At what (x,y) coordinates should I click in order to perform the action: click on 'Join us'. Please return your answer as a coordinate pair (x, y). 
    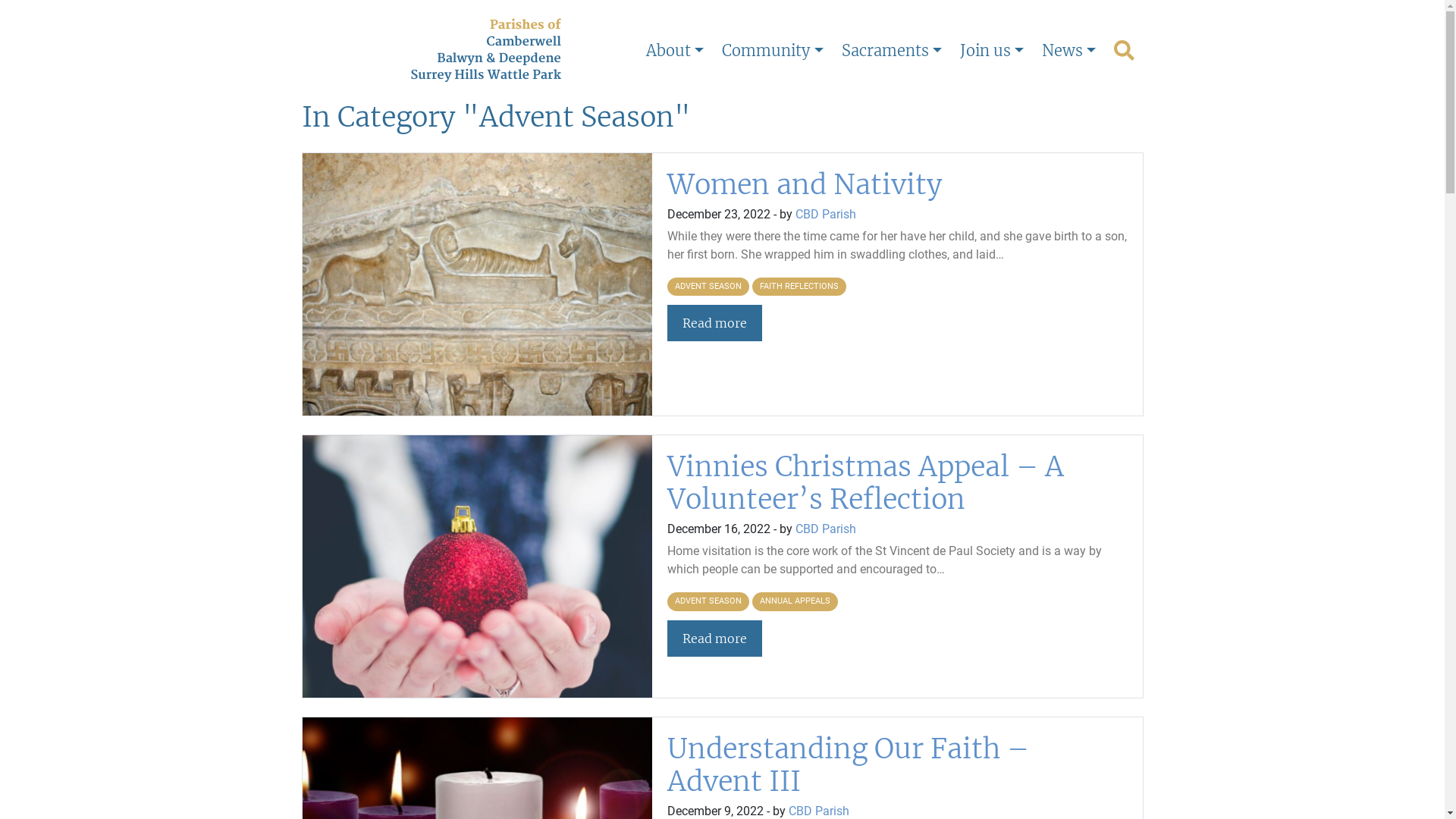
    Looking at the image, I should click on (991, 49).